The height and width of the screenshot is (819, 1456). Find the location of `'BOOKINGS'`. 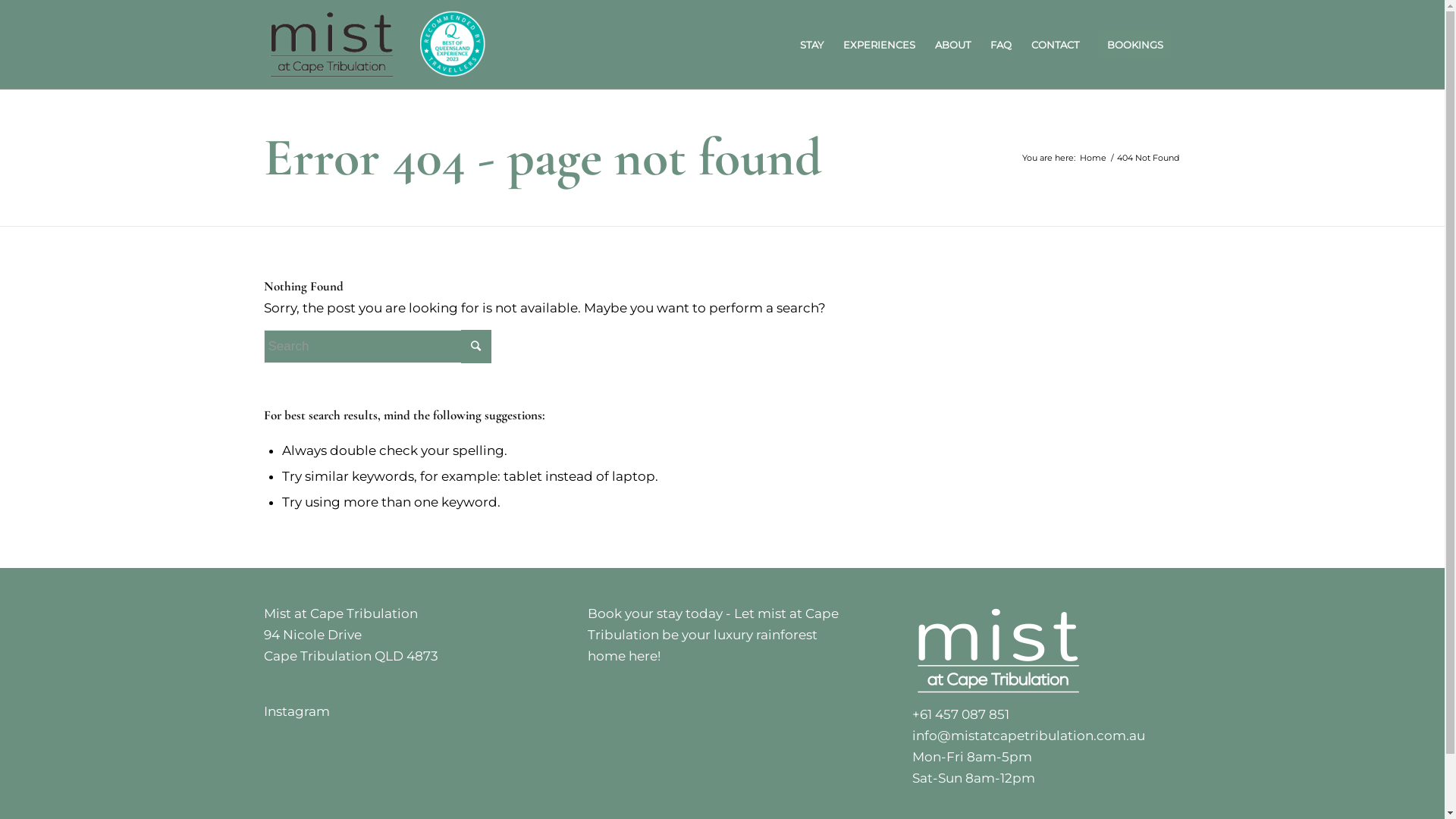

'BOOKINGS' is located at coordinates (1135, 43).